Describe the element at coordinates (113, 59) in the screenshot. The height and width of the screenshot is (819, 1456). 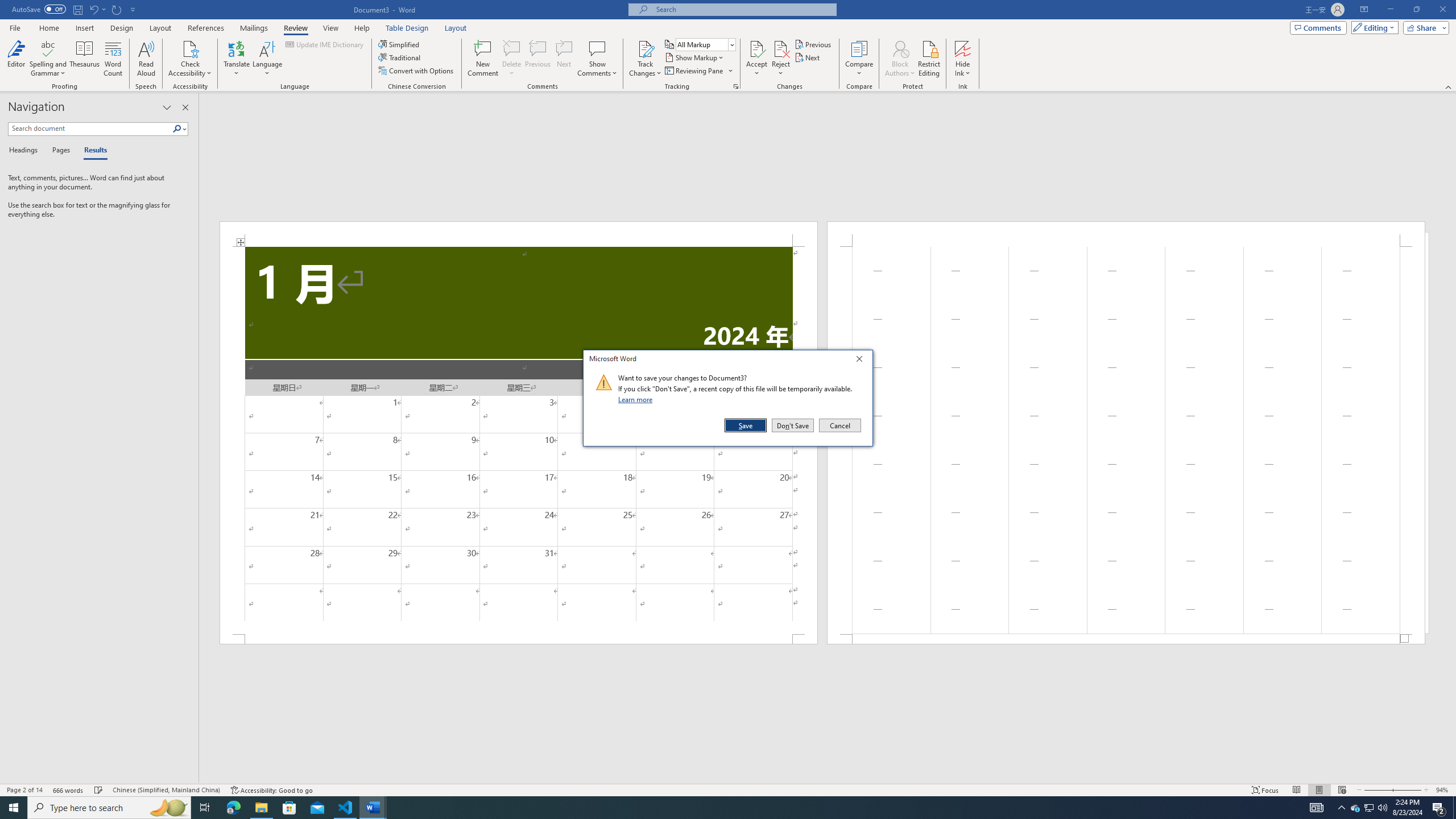
I see `'Word Count'` at that location.